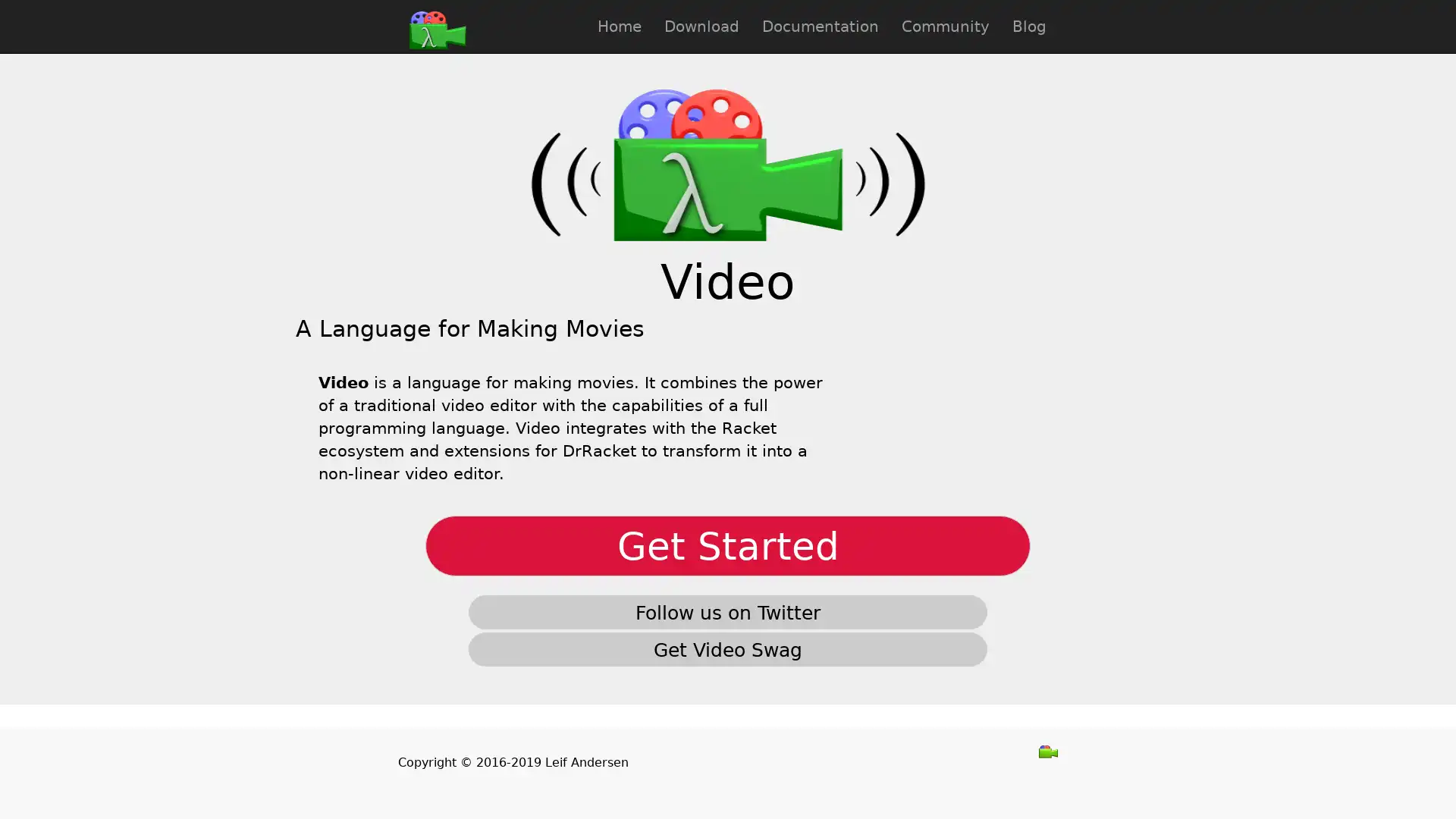 The width and height of the screenshot is (1456, 819). What do you see at coordinates (728, 611) in the screenshot?
I see `Follow us on Twitter` at bounding box center [728, 611].